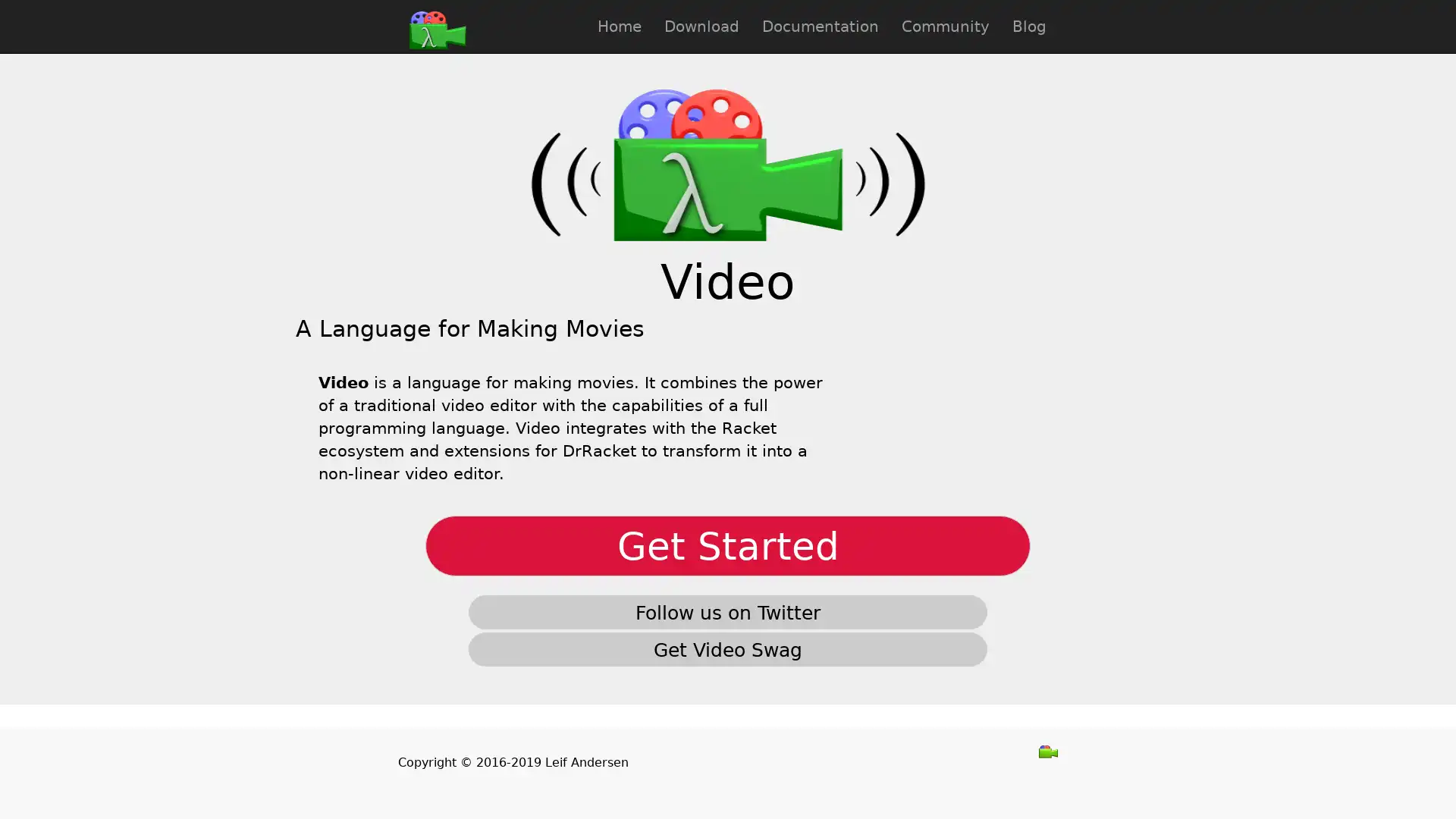 The width and height of the screenshot is (1456, 819). What do you see at coordinates (728, 611) in the screenshot?
I see `Follow us on Twitter` at bounding box center [728, 611].